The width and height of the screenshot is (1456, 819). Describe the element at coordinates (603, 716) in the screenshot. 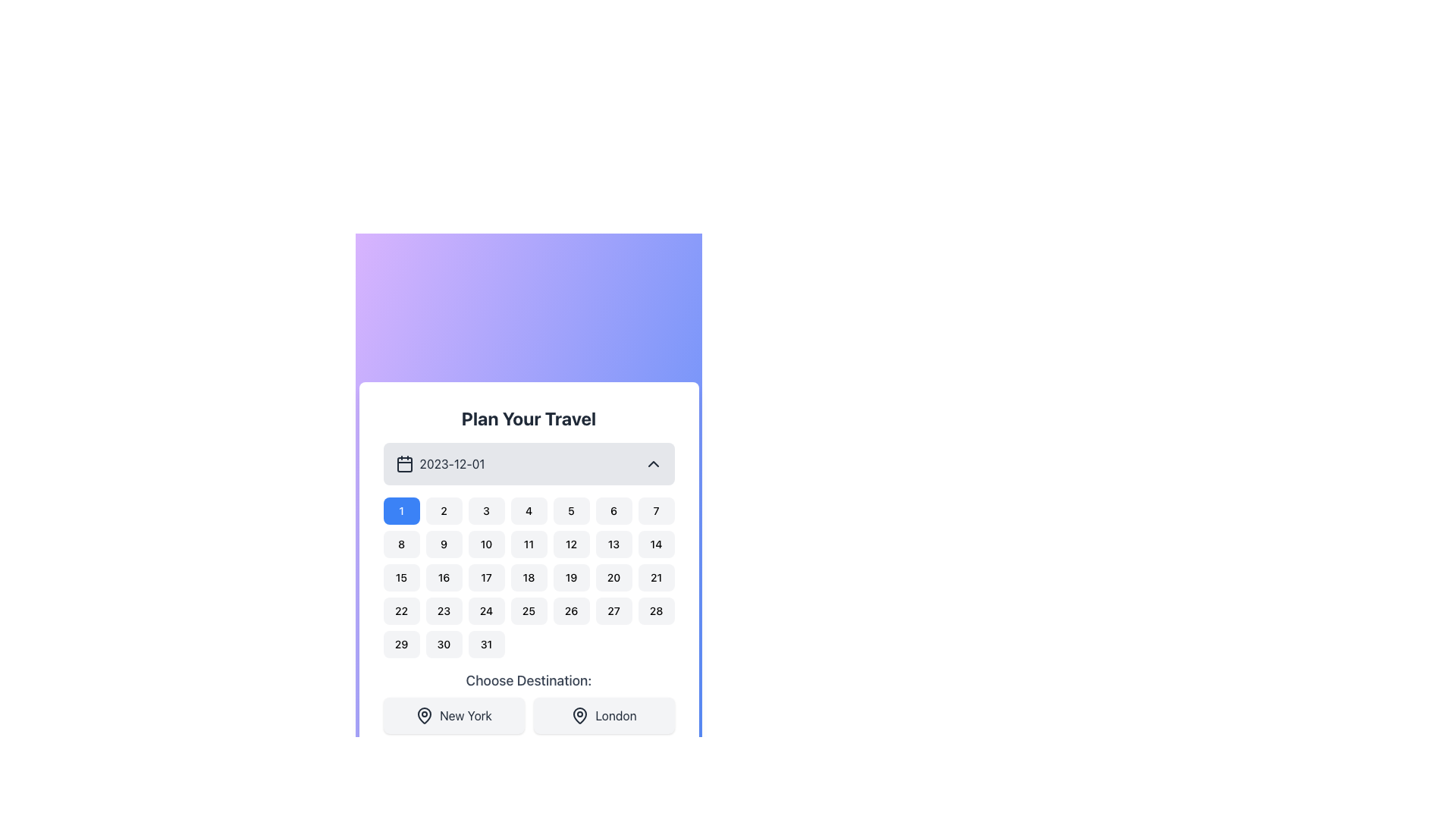

I see `the rectangular button with a light gray background, dark navy blue map pin icon, and the text 'London'` at that location.